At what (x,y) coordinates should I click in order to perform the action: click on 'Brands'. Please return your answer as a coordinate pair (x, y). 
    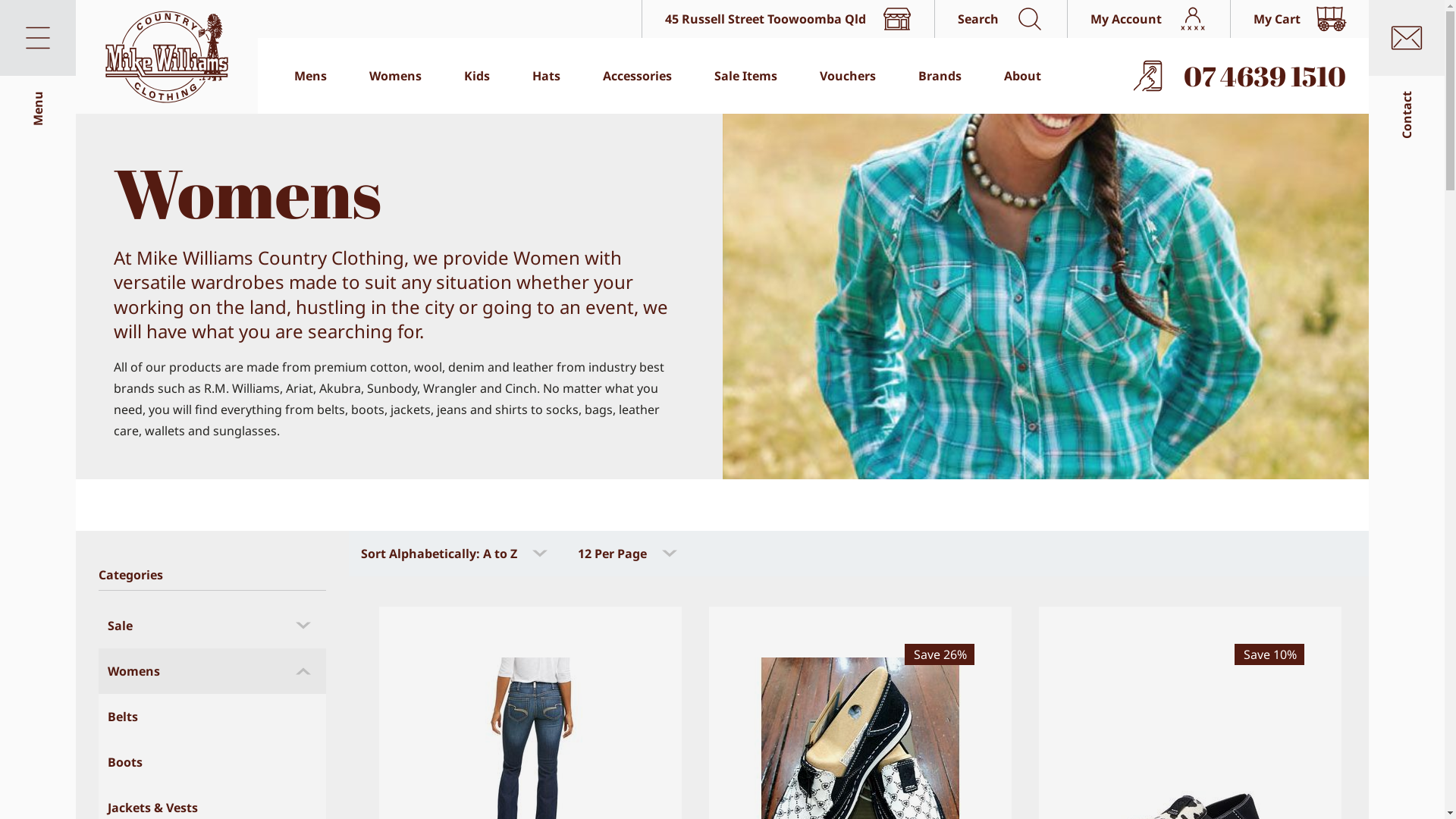
    Looking at the image, I should click on (939, 76).